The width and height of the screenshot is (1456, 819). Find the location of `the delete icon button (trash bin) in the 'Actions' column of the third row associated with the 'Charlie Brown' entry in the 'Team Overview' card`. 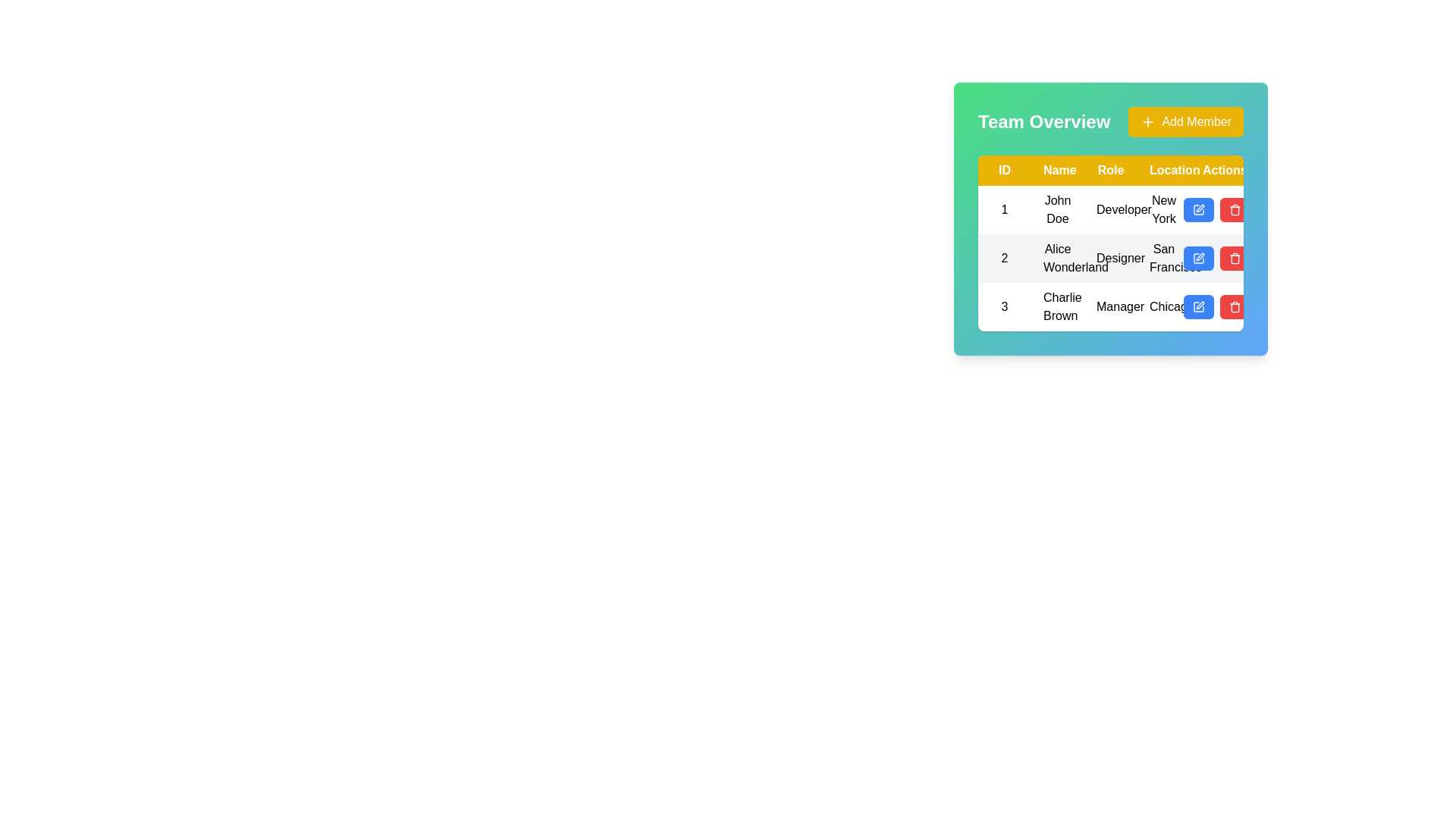

the delete icon button (trash bin) in the 'Actions' column of the third row associated with the 'Charlie Brown' entry in the 'Team Overview' card is located at coordinates (1235, 210).